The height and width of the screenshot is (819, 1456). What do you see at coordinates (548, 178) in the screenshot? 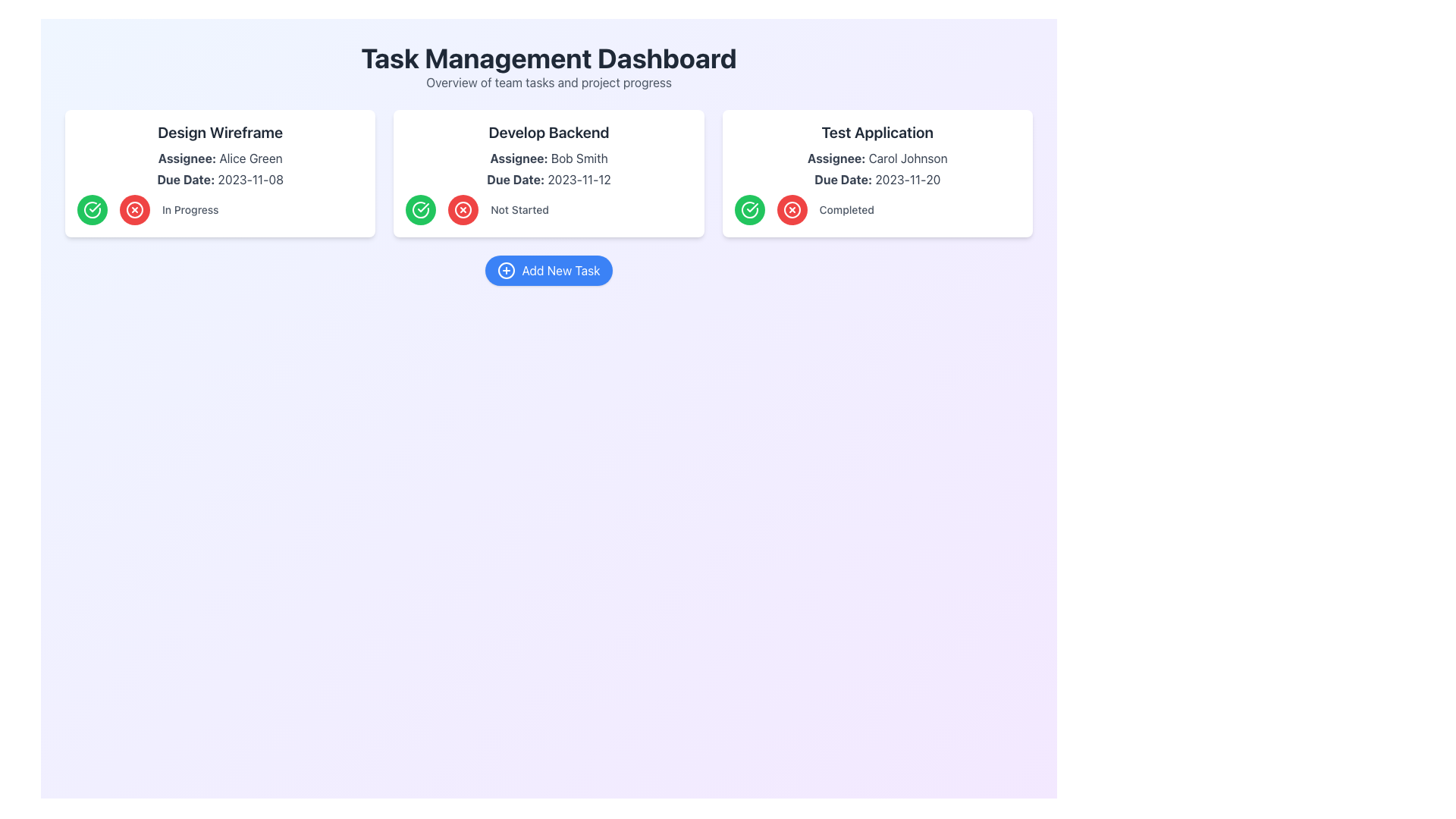
I see `the due date information text label located in the lower-middle section of the 'Develop Backend' task card, which is positioned below the assignee's information and above the status message 'Not Started'` at bounding box center [548, 178].